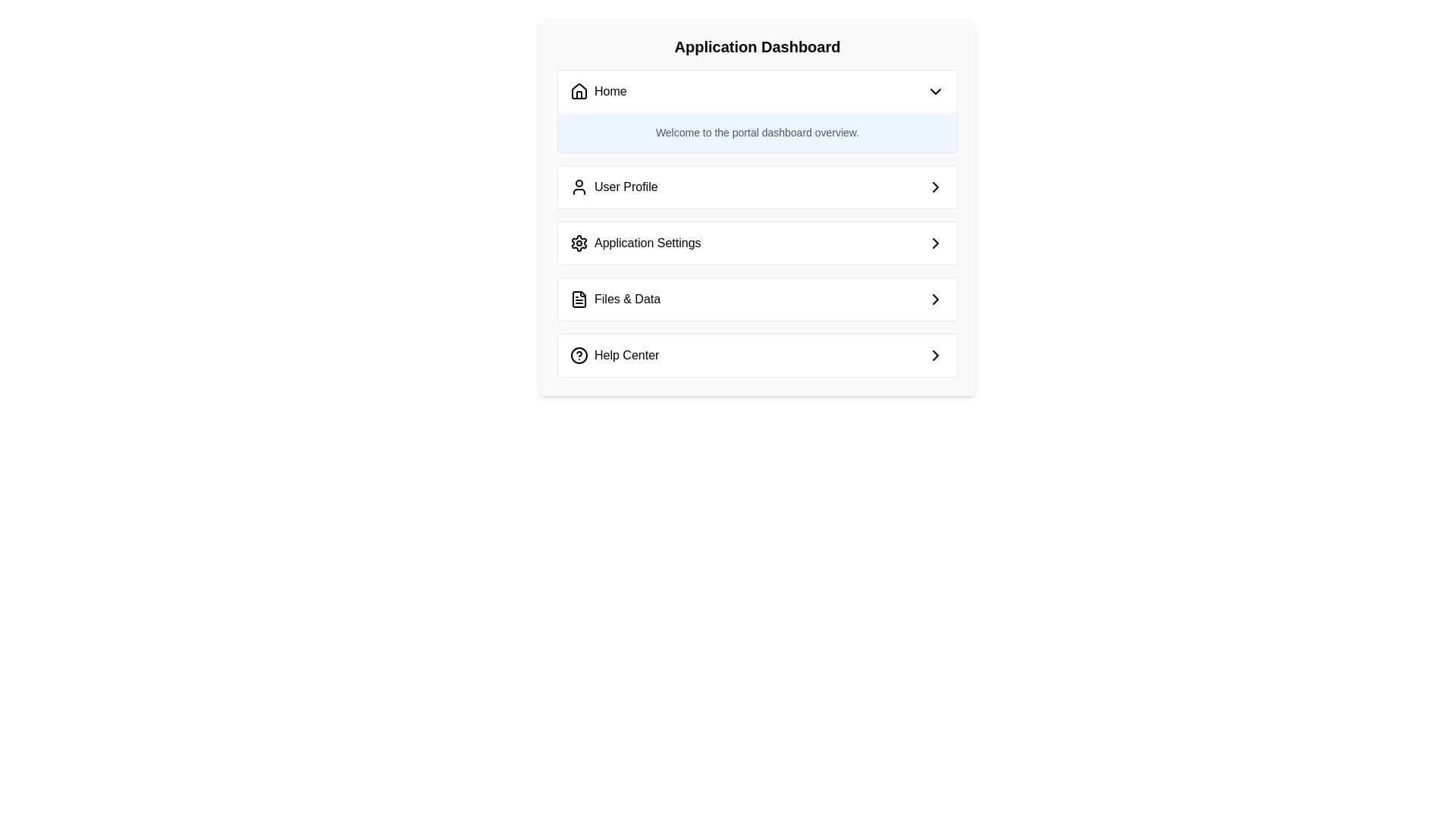 This screenshot has height=819, width=1456. Describe the element at coordinates (578, 356) in the screenshot. I see `circular outline icon representing the help-related symbol in the 'Help Center' entry of the application dashboard by clicking on it` at that location.